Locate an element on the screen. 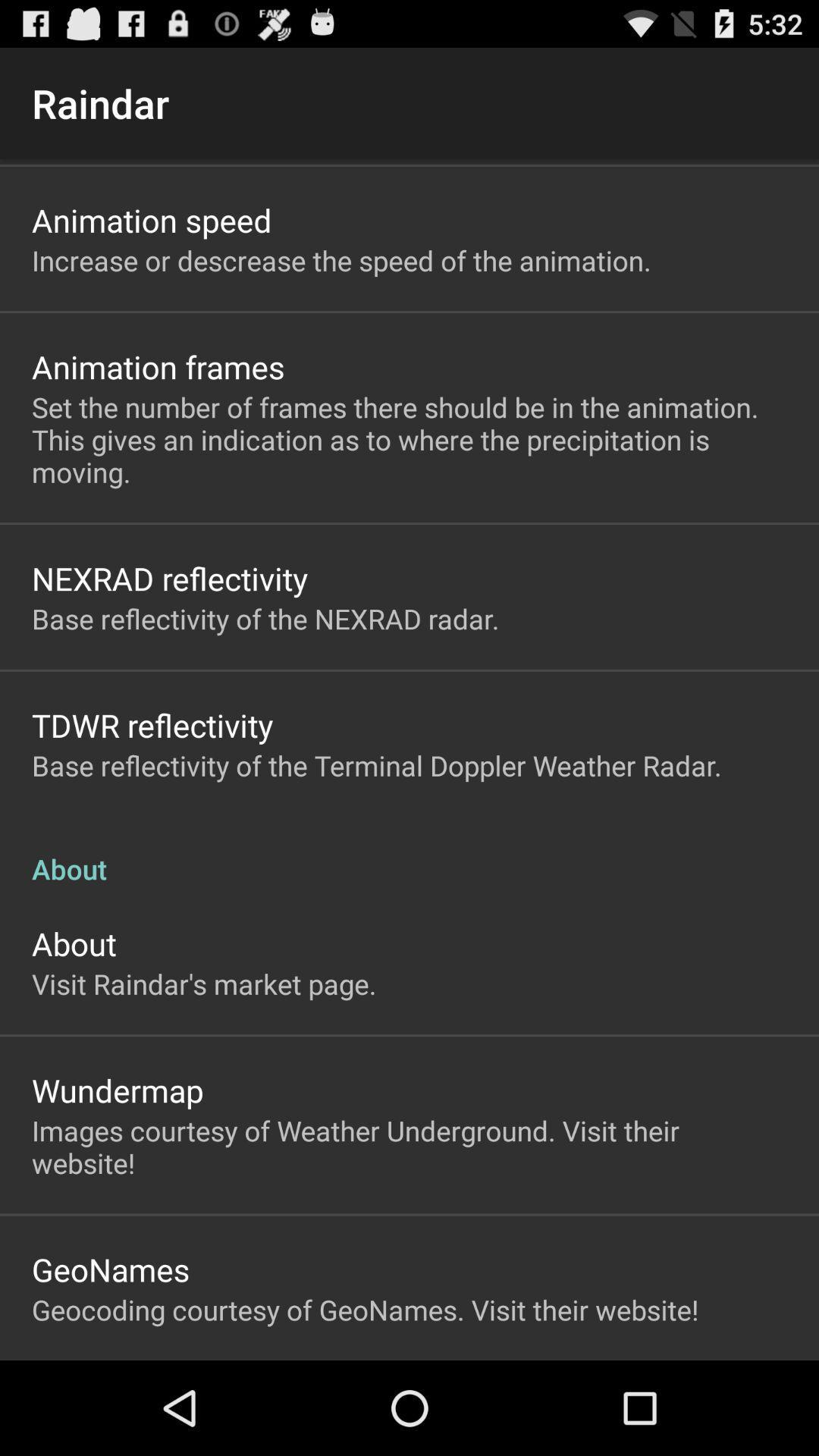 This screenshot has width=819, height=1456. increase or descrease item is located at coordinates (341, 260).